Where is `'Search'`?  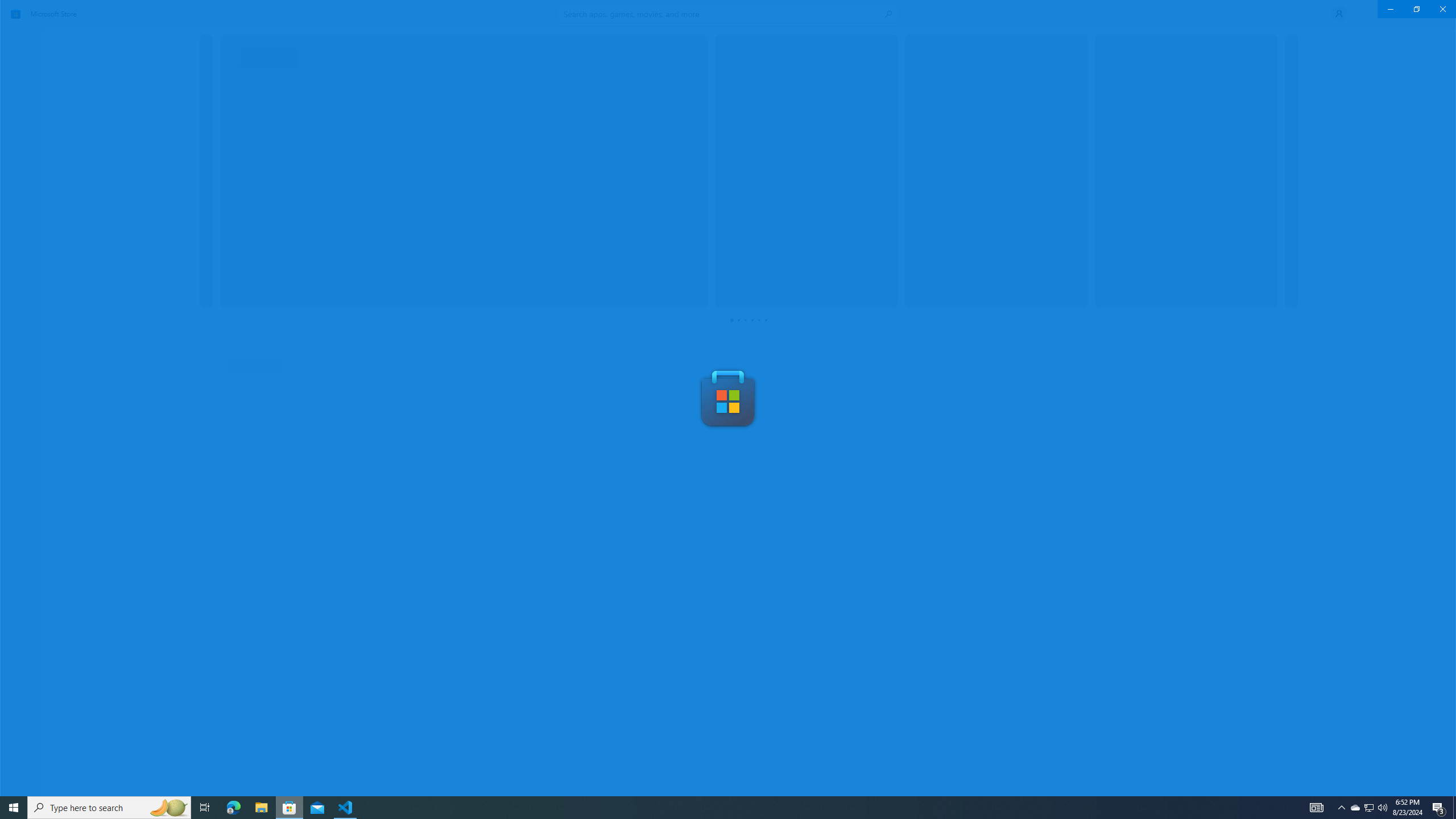 'Search' is located at coordinates (728, 13).